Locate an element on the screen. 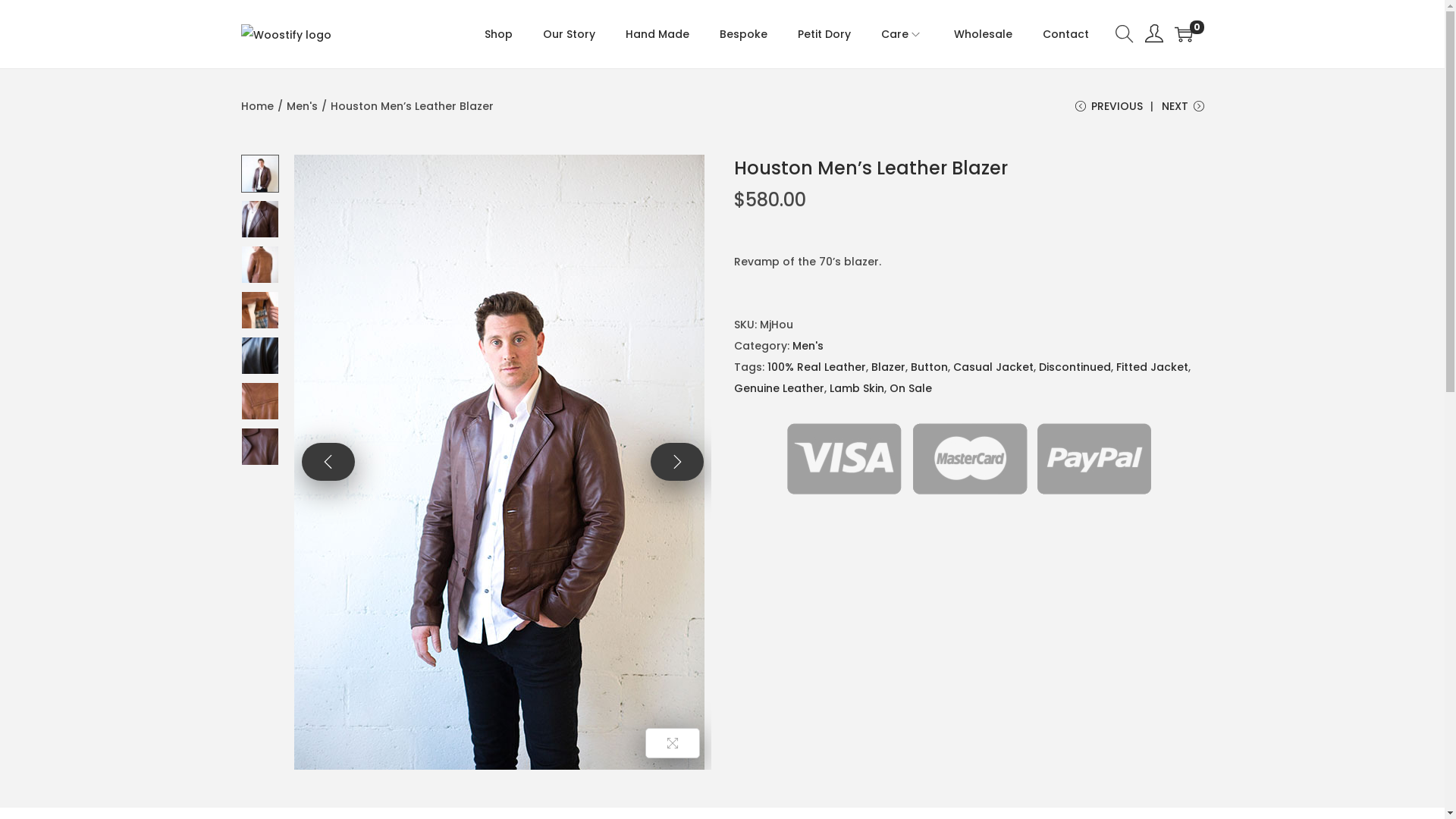 This screenshot has width=1456, height=819. 'NEXT' is located at coordinates (1182, 111).